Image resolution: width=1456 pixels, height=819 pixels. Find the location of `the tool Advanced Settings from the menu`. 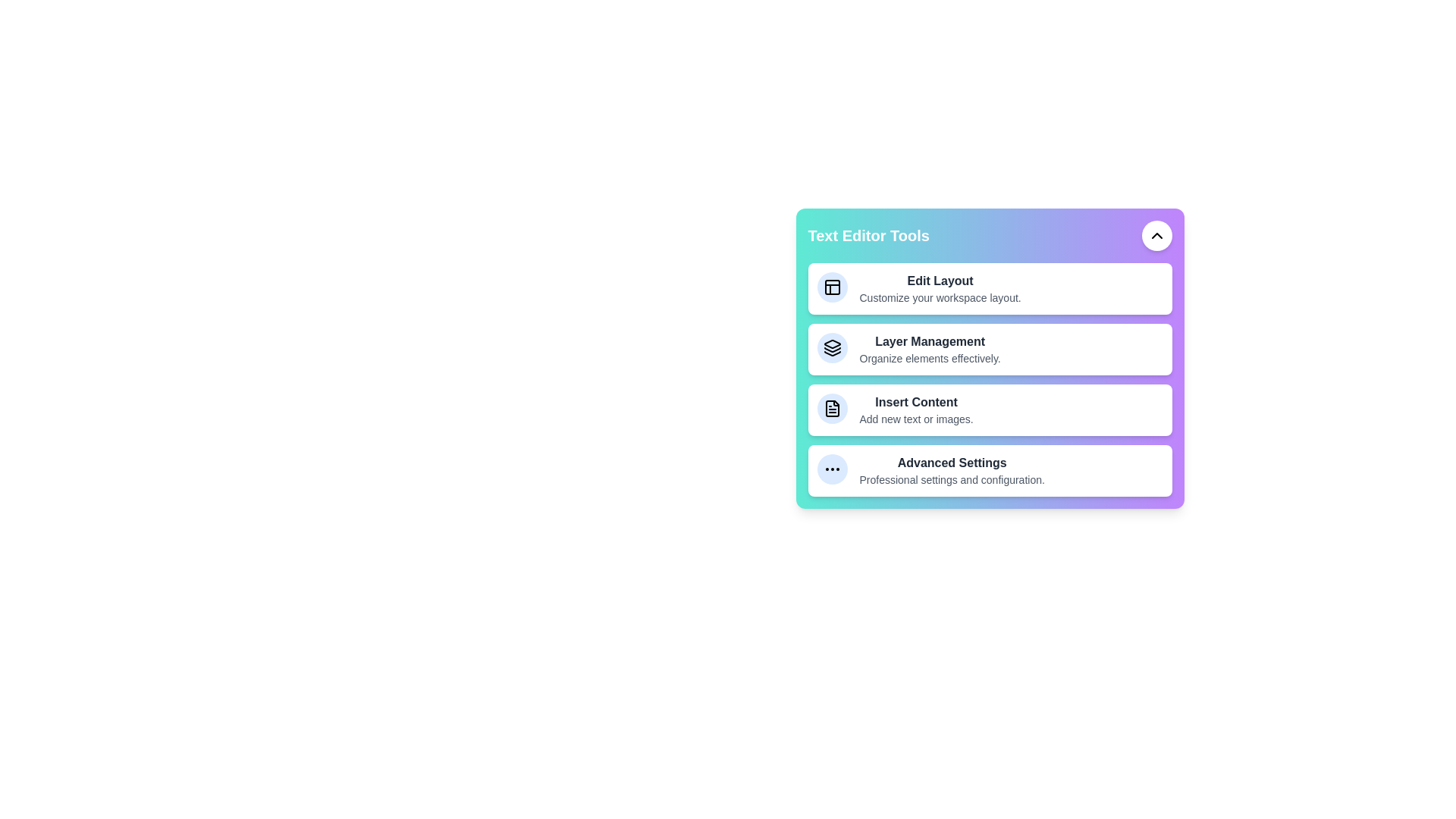

the tool Advanced Settings from the menu is located at coordinates (910, 447).